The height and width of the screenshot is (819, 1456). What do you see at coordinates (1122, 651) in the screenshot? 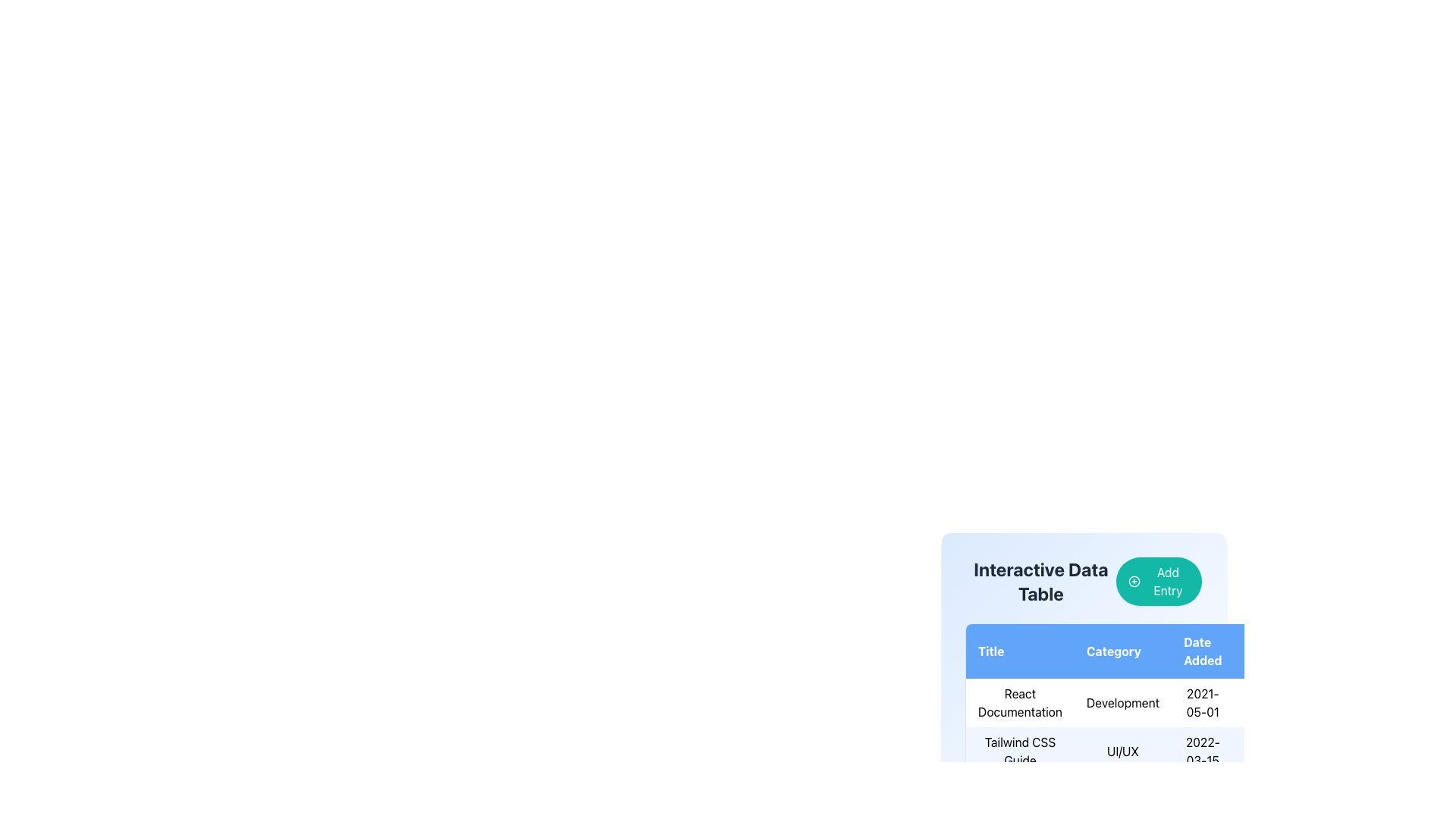
I see `the 'Category' text label, which is styled with white text on a light blue background and located in the second column header of a table, between 'Title' and 'Date Added'` at bounding box center [1122, 651].